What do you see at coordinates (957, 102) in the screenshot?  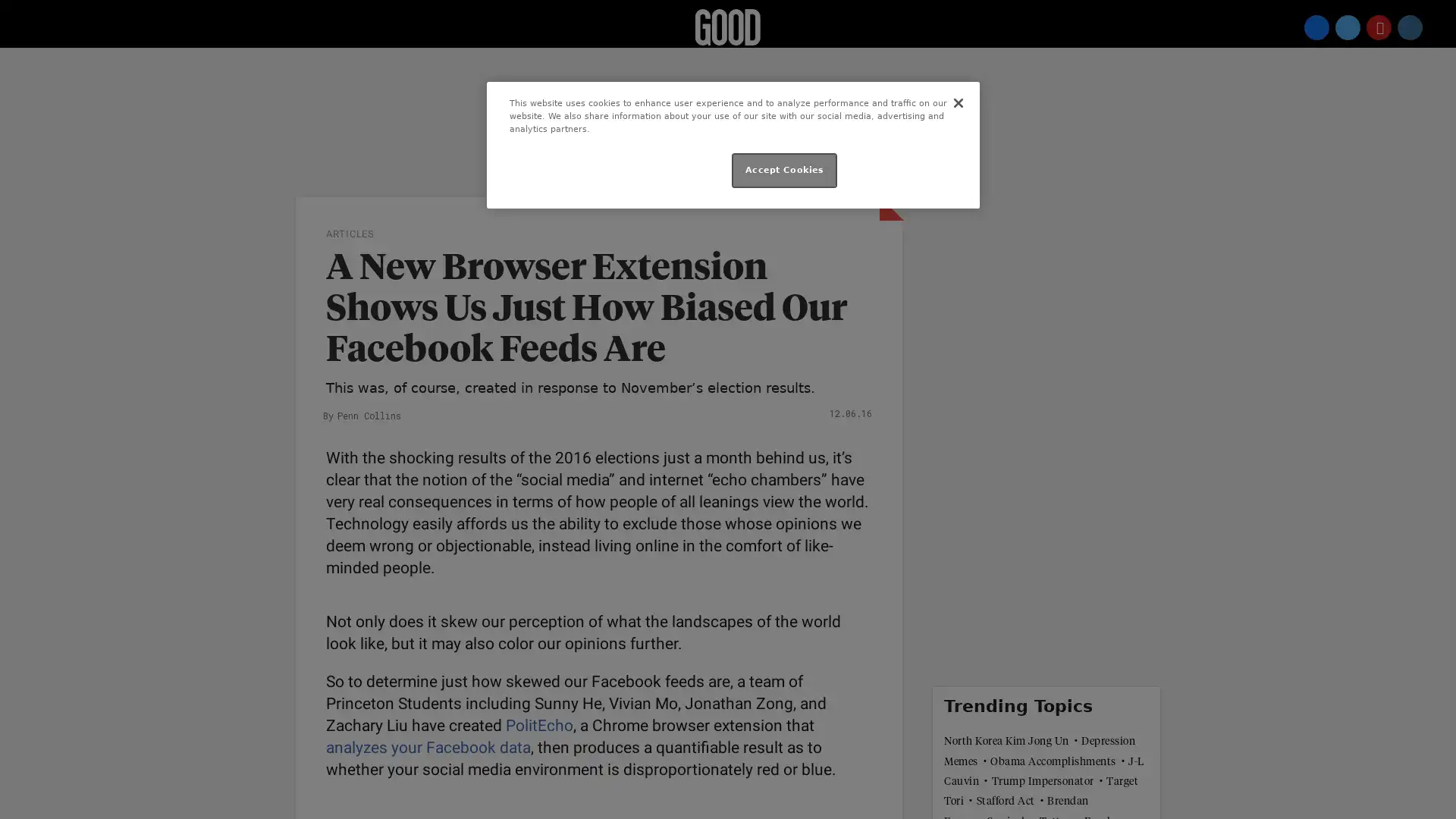 I see `Close` at bounding box center [957, 102].